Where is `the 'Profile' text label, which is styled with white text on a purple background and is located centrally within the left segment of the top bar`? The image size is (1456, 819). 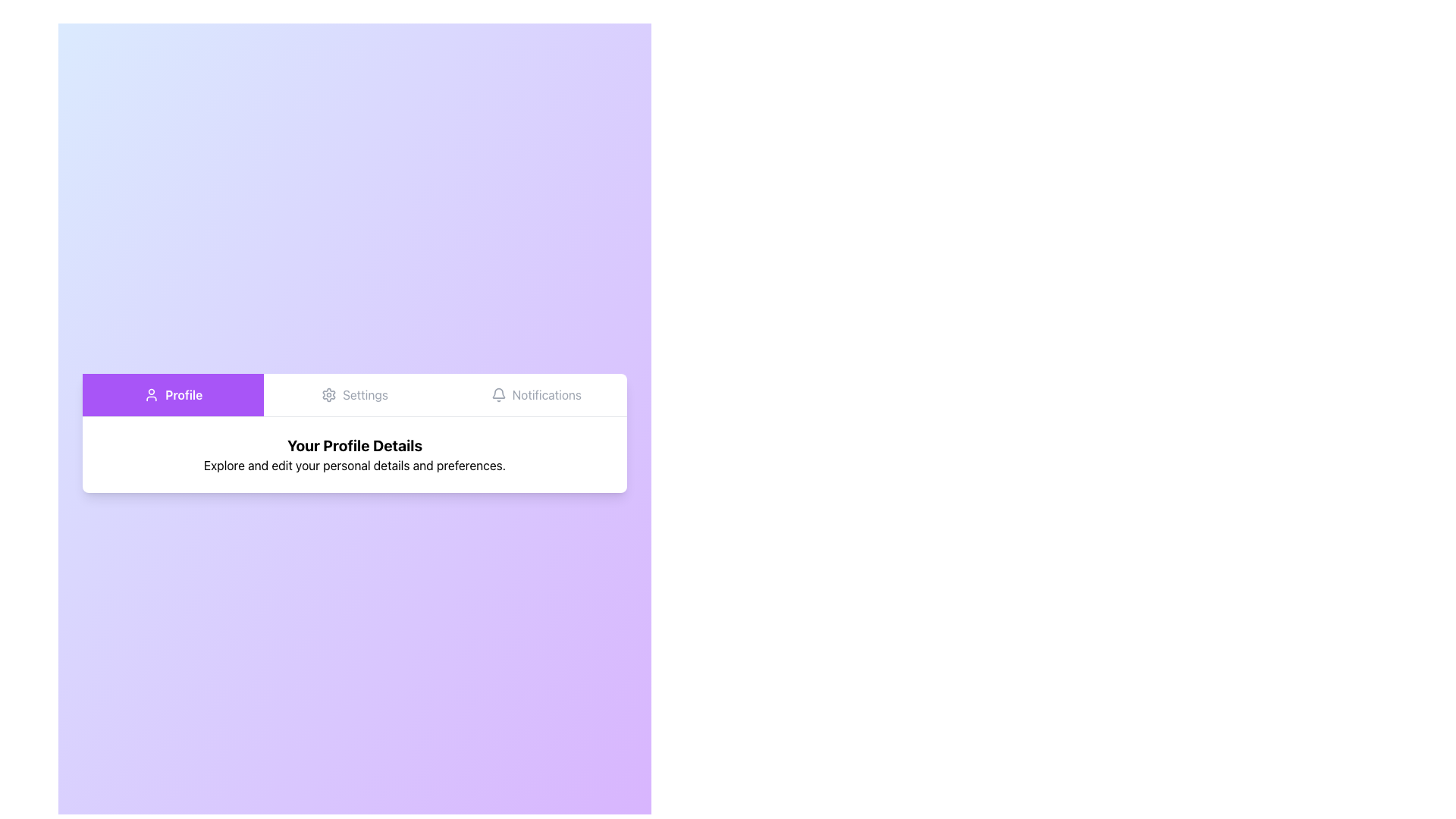 the 'Profile' text label, which is styled with white text on a purple background and is located centrally within the left segment of the top bar is located at coordinates (183, 394).